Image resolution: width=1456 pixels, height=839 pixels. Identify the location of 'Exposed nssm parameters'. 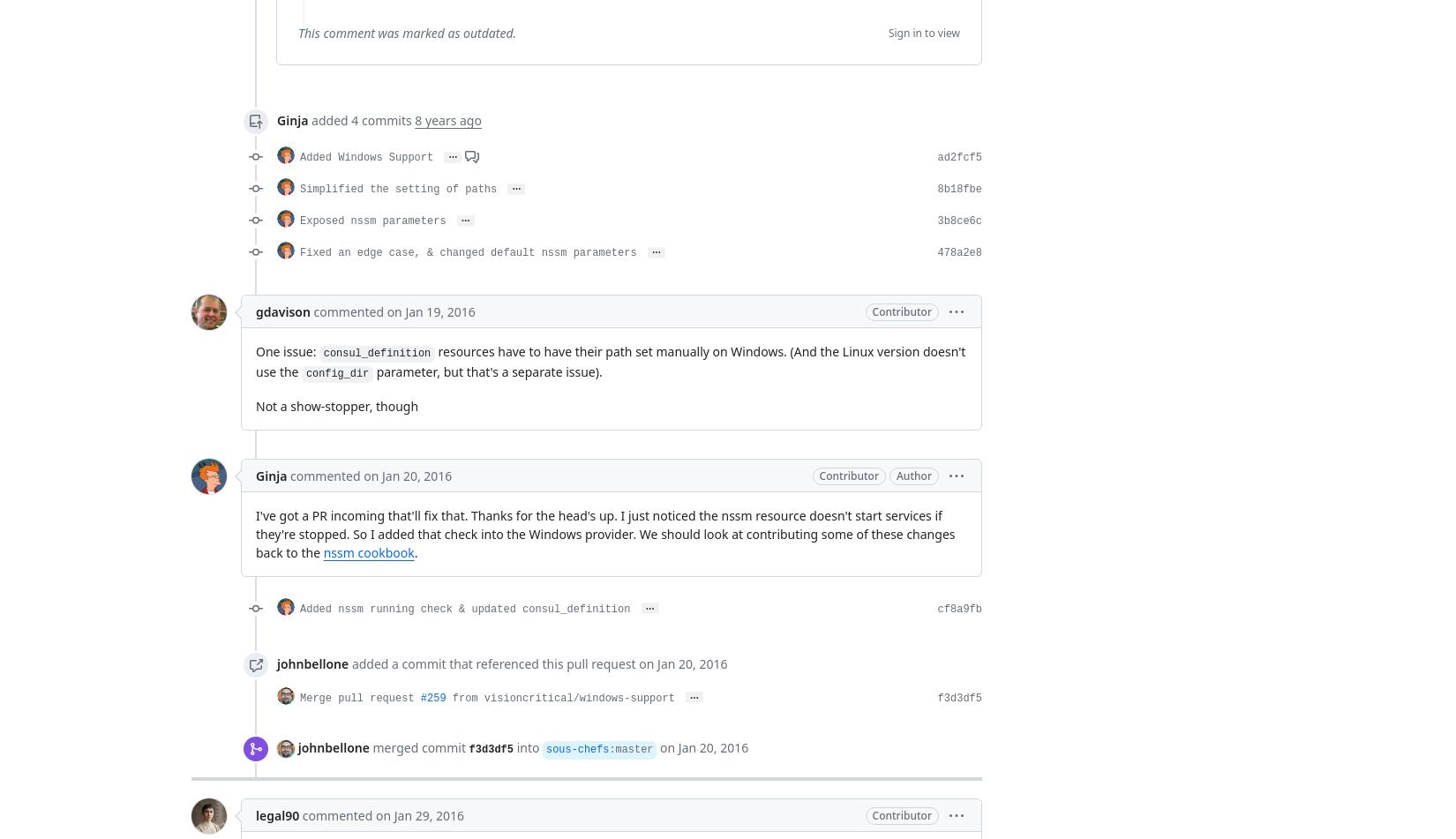
(372, 221).